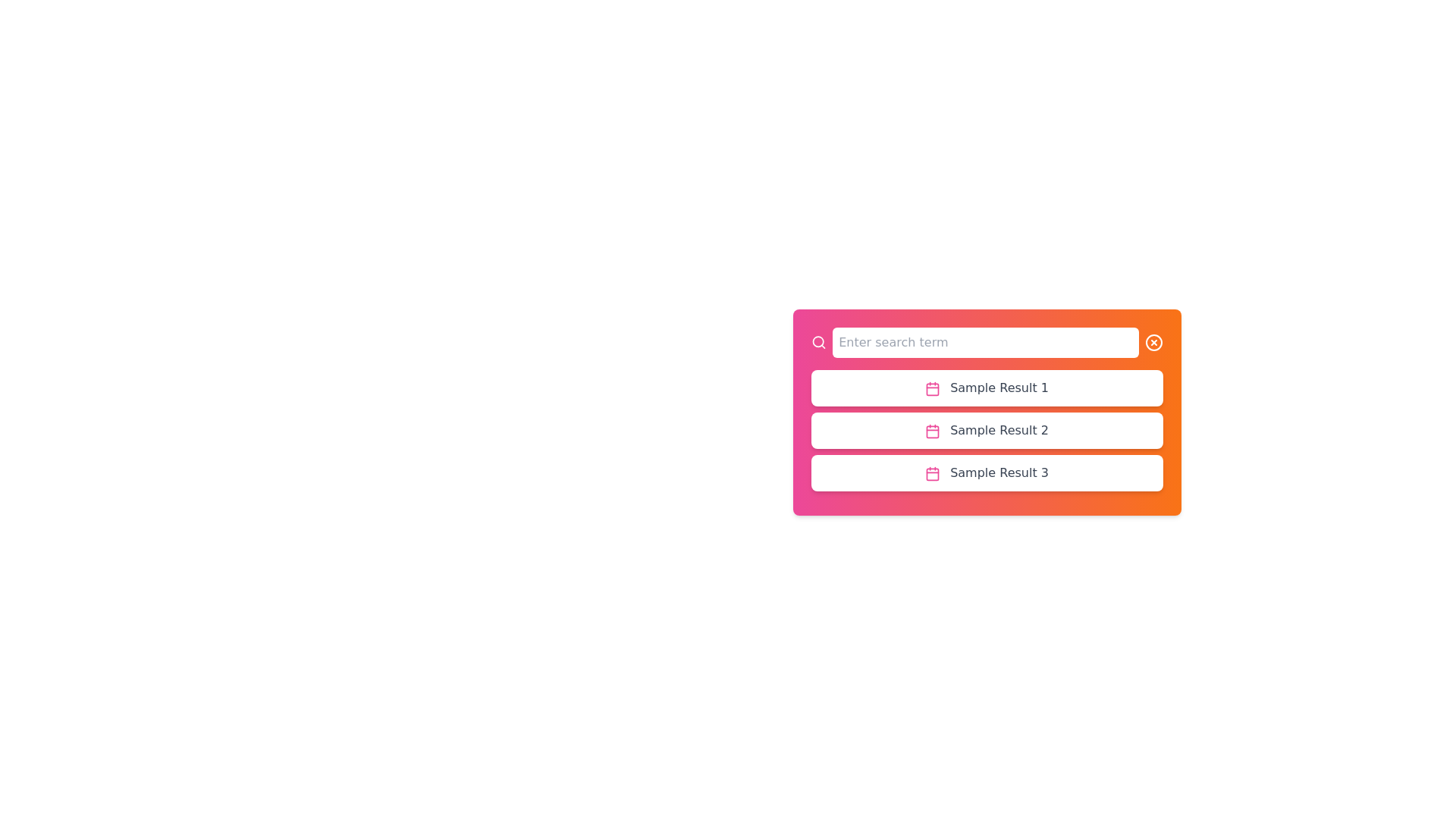 The width and height of the screenshot is (1456, 819). Describe the element at coordinates (932, 431) in the screenshot. I see `the pink calendar icon located to the left of the text 'Sample Result 2' in the second item of the results list` at that location.